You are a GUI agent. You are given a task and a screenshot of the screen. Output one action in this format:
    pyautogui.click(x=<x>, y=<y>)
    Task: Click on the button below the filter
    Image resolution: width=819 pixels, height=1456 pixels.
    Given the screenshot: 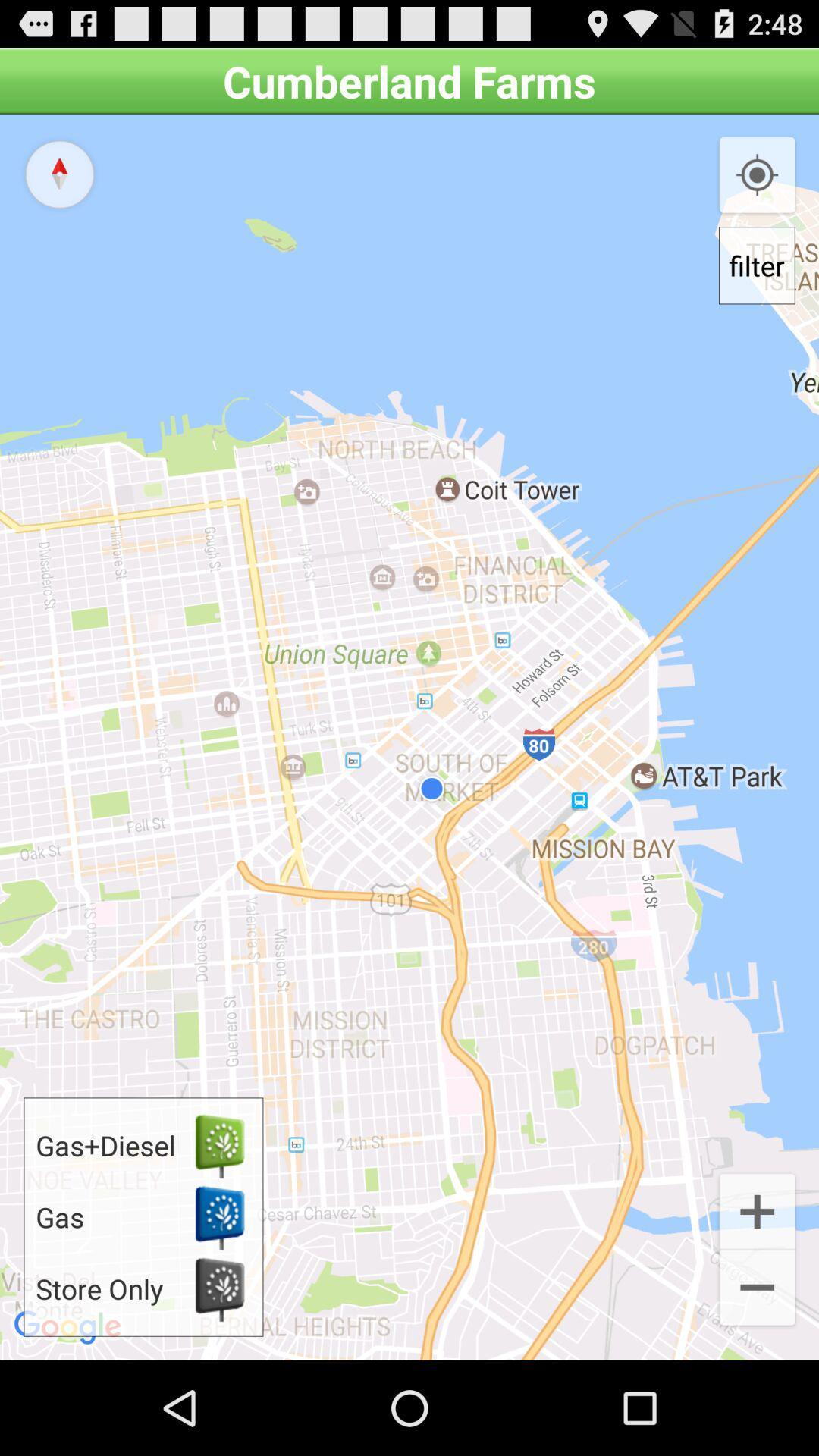 What is the action you would take?
    pyautogui.click(x=757, y=1209)
    